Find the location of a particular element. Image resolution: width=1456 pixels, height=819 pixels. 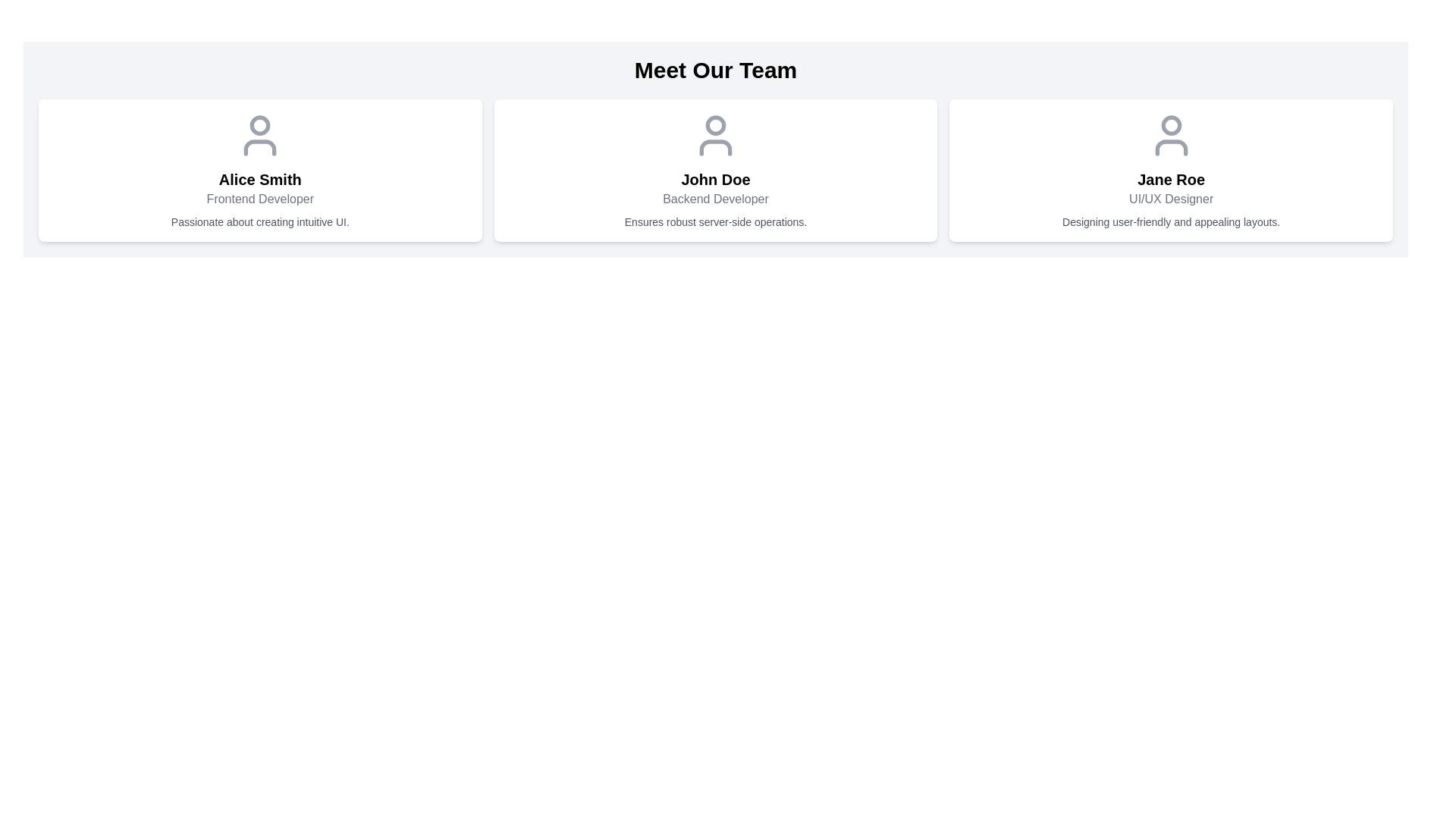

the Text label displaying 'UI/UX Designer', which is positioned under the heading 'Jane Roe' and above the description 'Designing user-friendly and appealing layouts.' is located at coordinates (1170, 198).